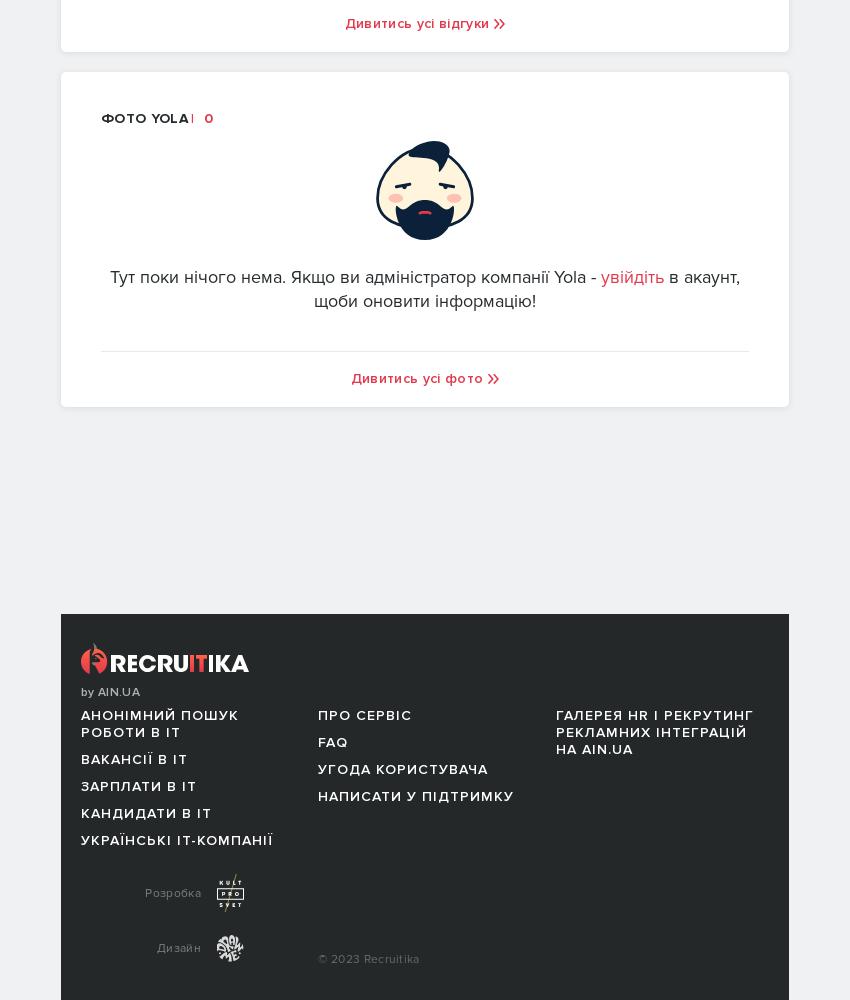 The height and width of the screenshot is (1000, 850). Describe the element at coordinates (526, 288) in the screenshot. I see `'в акаунт,
          щоби оновити інформацію!'` at that location.